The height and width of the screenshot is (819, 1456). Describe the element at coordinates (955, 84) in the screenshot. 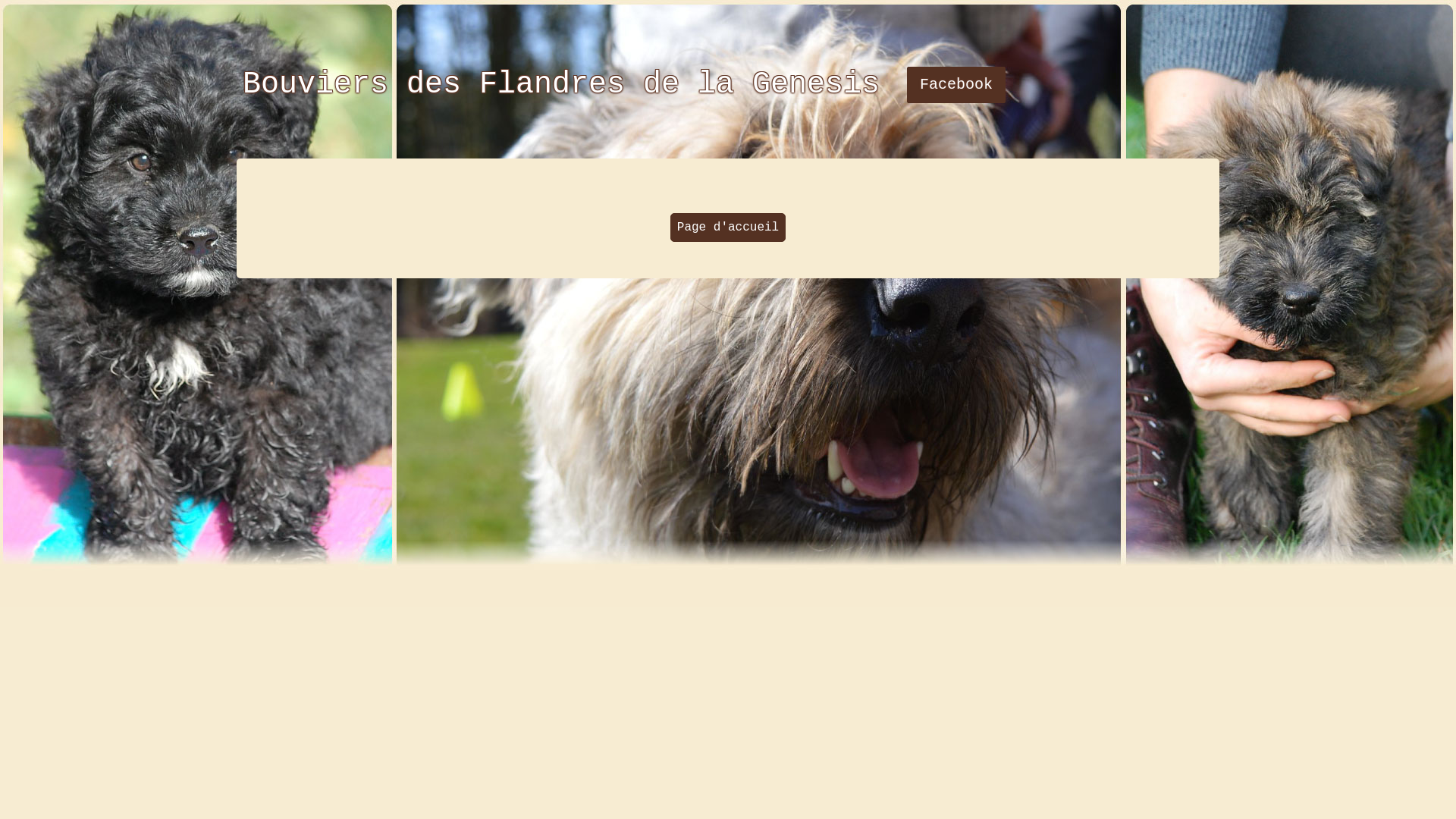

I see `'Facebook'` at that location.